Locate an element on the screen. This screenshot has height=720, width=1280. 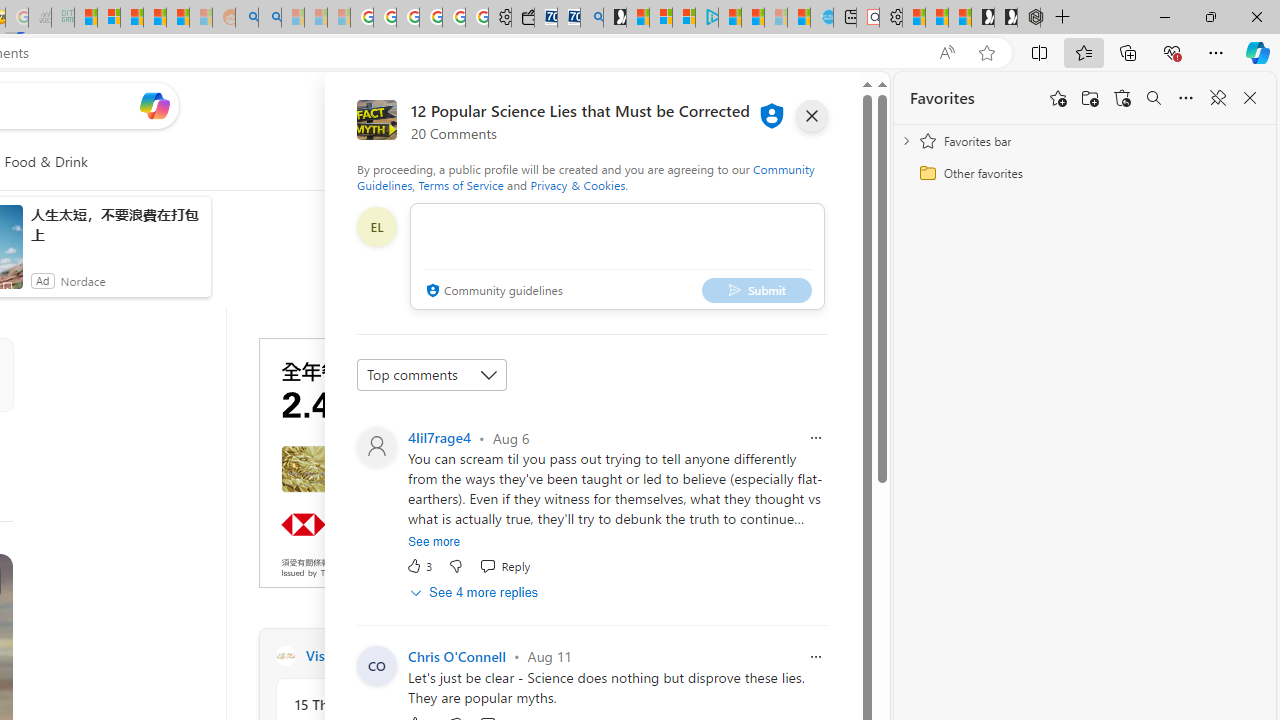
'Submit' is located at coordinates (755, 290).